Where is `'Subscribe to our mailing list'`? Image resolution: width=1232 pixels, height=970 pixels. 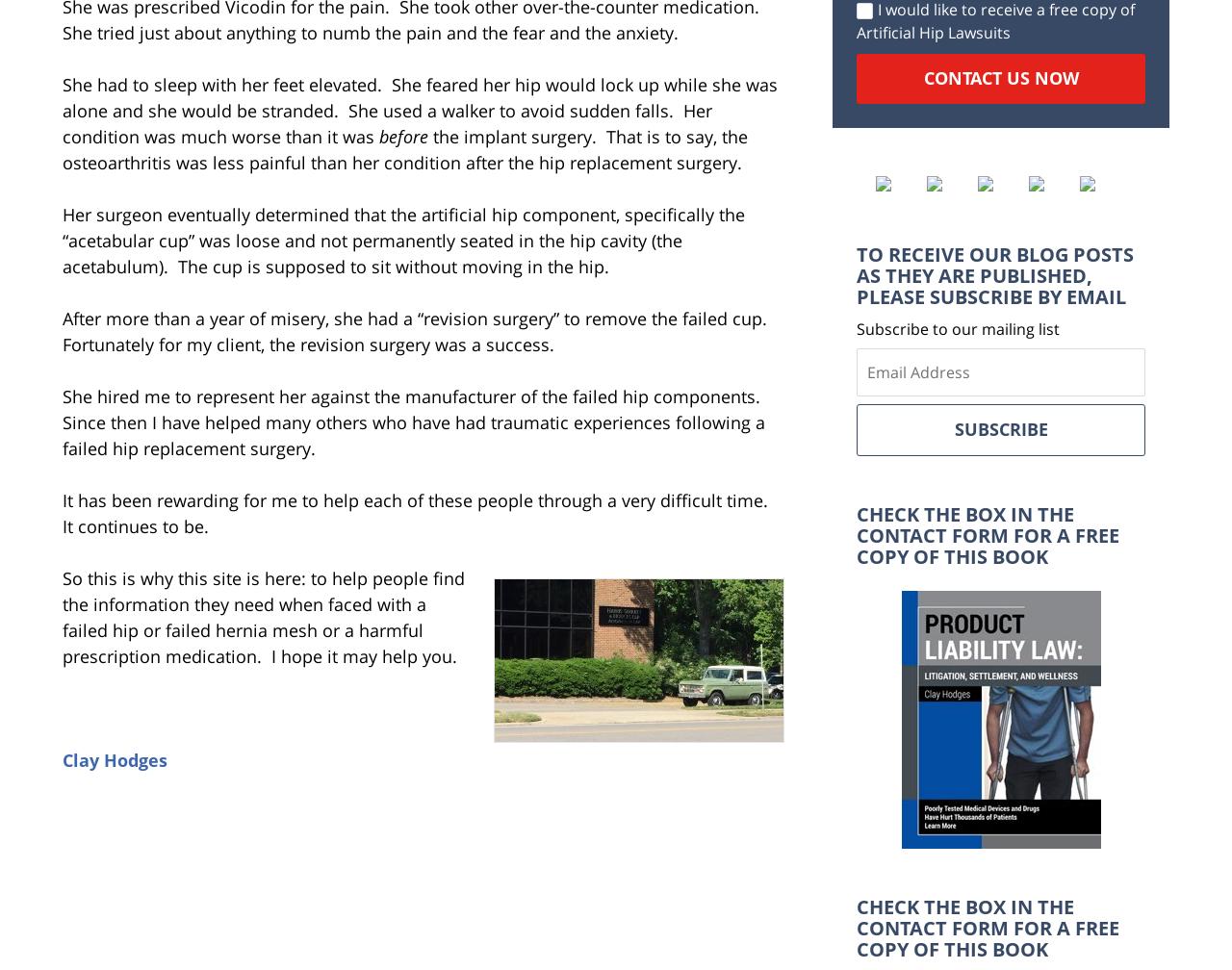
'Subscribe to our mailing list' is located at coordinates (958, 328).